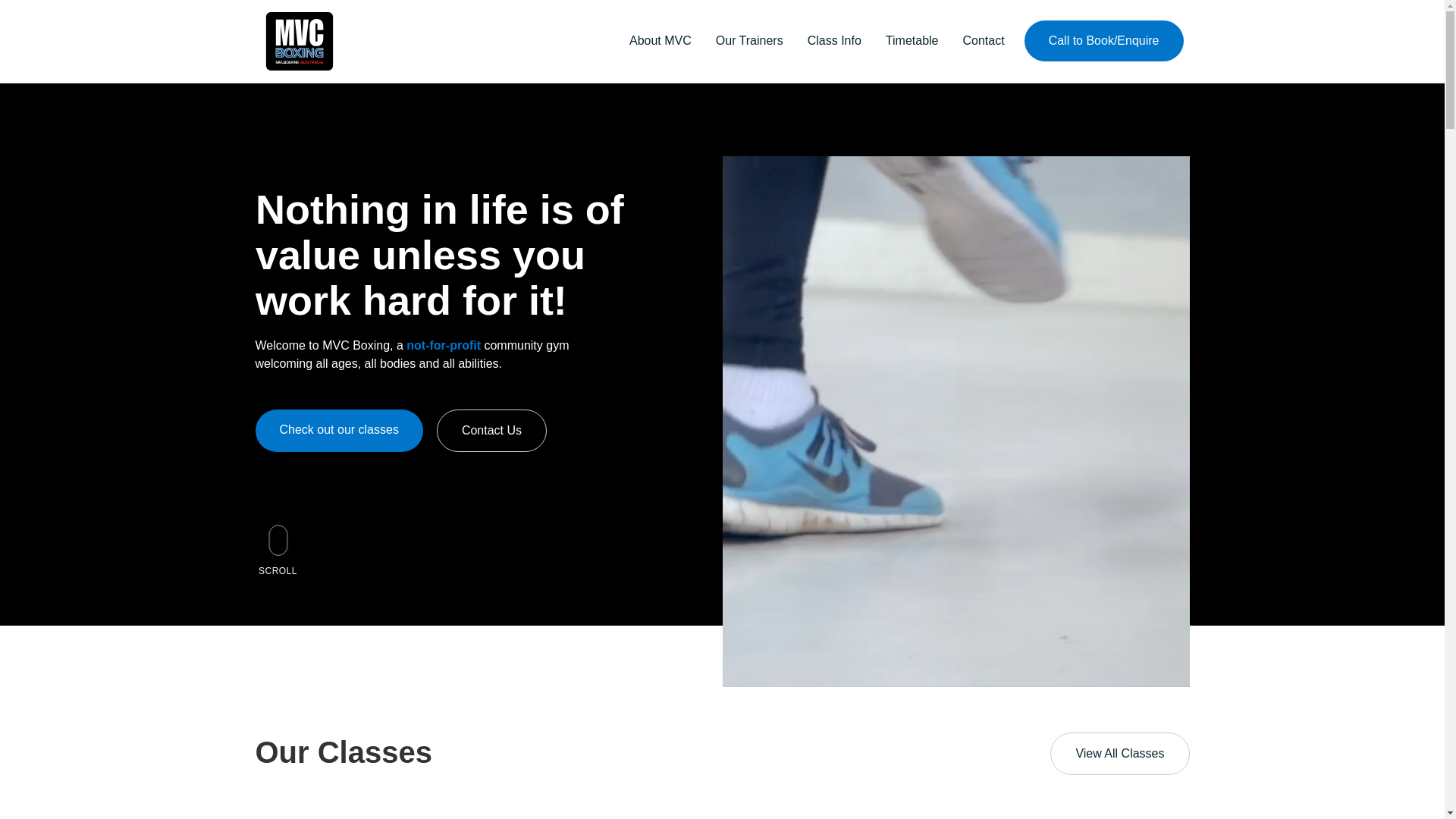  What do you see at coordinates (337, 430) in the screenshot?
I see `'Check out our classes'` at bounding box center [337, 430].